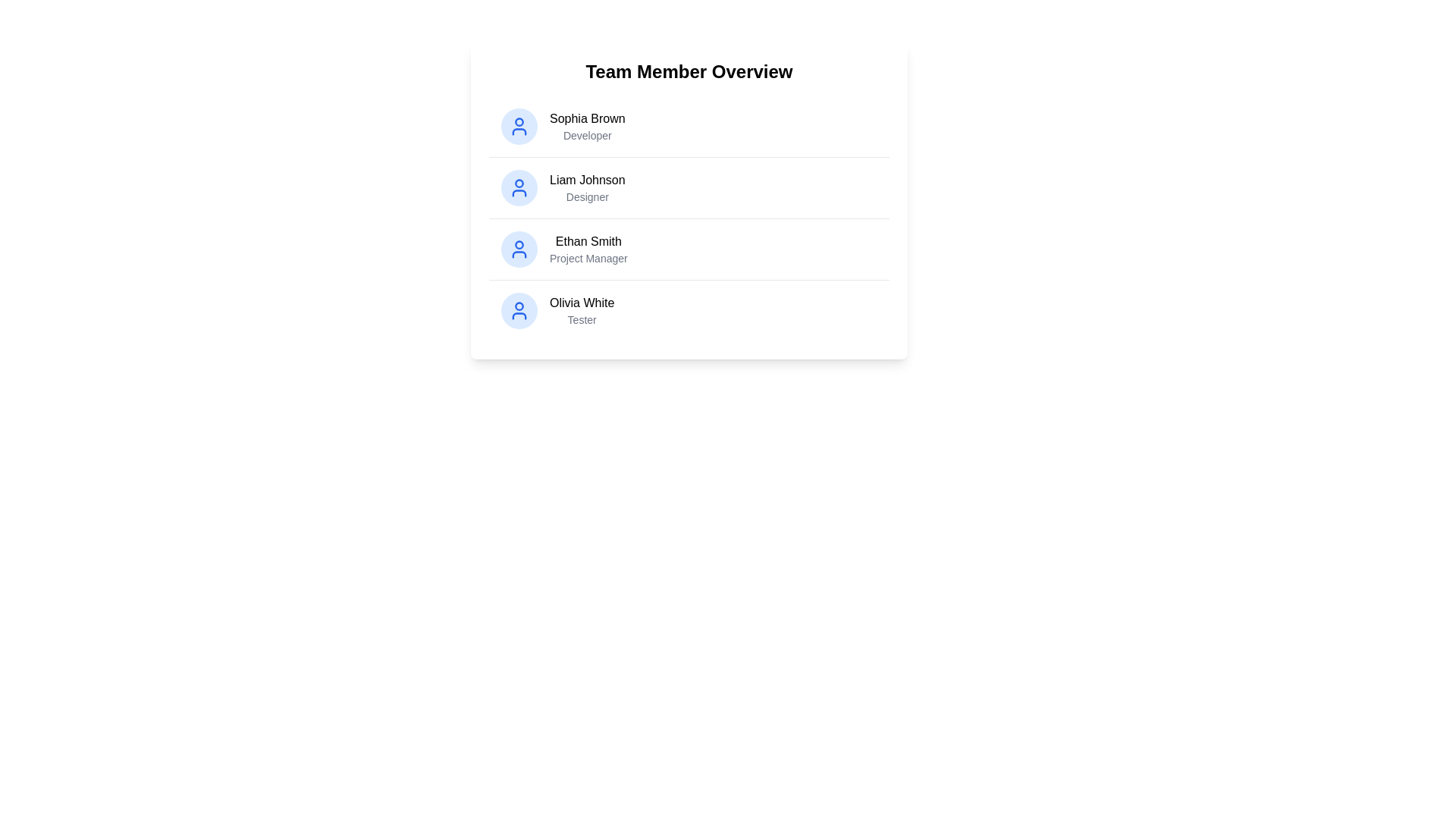 This screenshot has width=1456, height=819. I want to click on the static text label indicating the role or position of 'Ethan Smith' within the team, located beneath the bold text of his name, so click(588, 257).